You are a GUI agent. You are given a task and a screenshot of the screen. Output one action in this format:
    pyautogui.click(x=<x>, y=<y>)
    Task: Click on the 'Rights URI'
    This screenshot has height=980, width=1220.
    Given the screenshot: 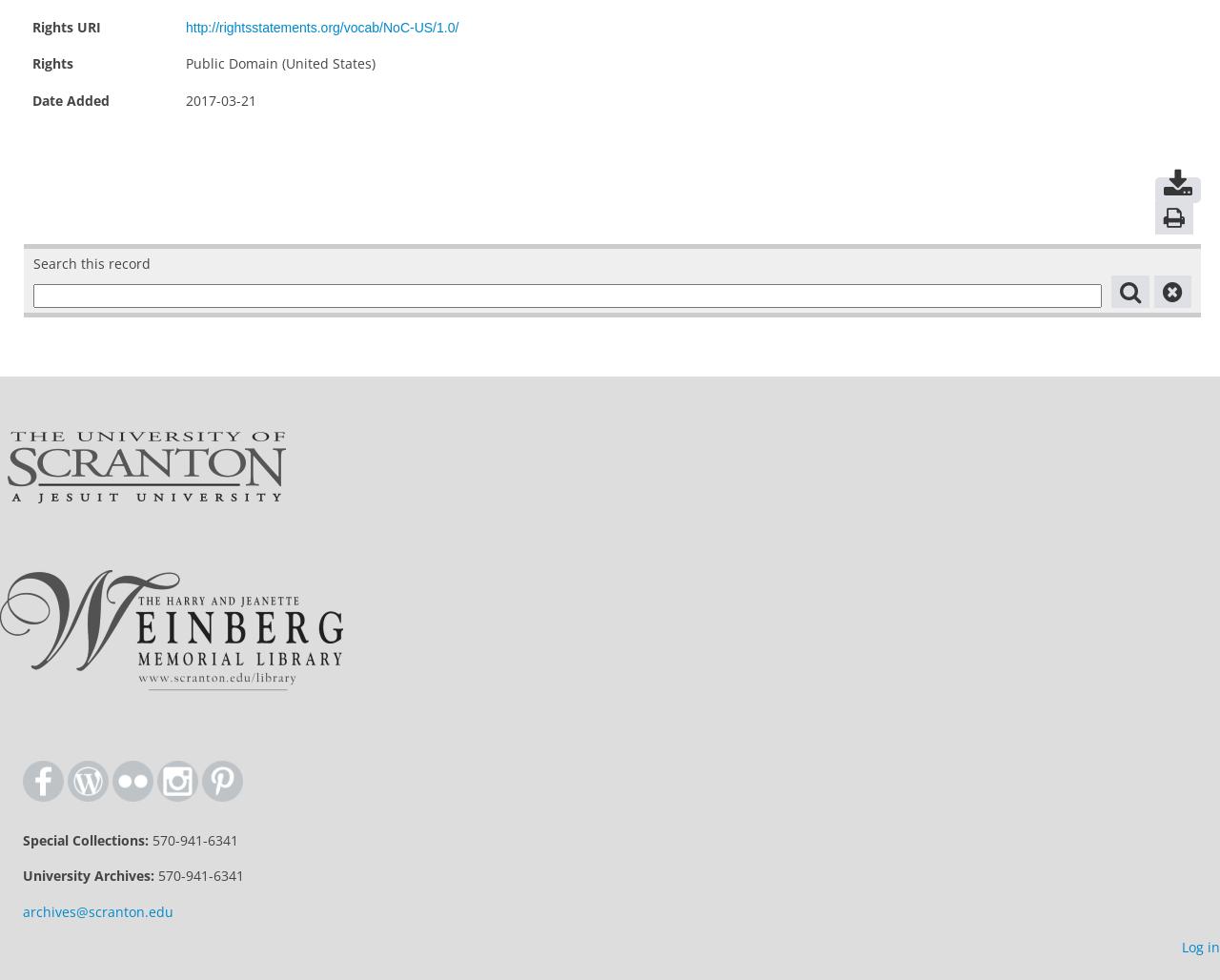 What is the action you would take?
    pyautogui.click(x=32, y=26)
    